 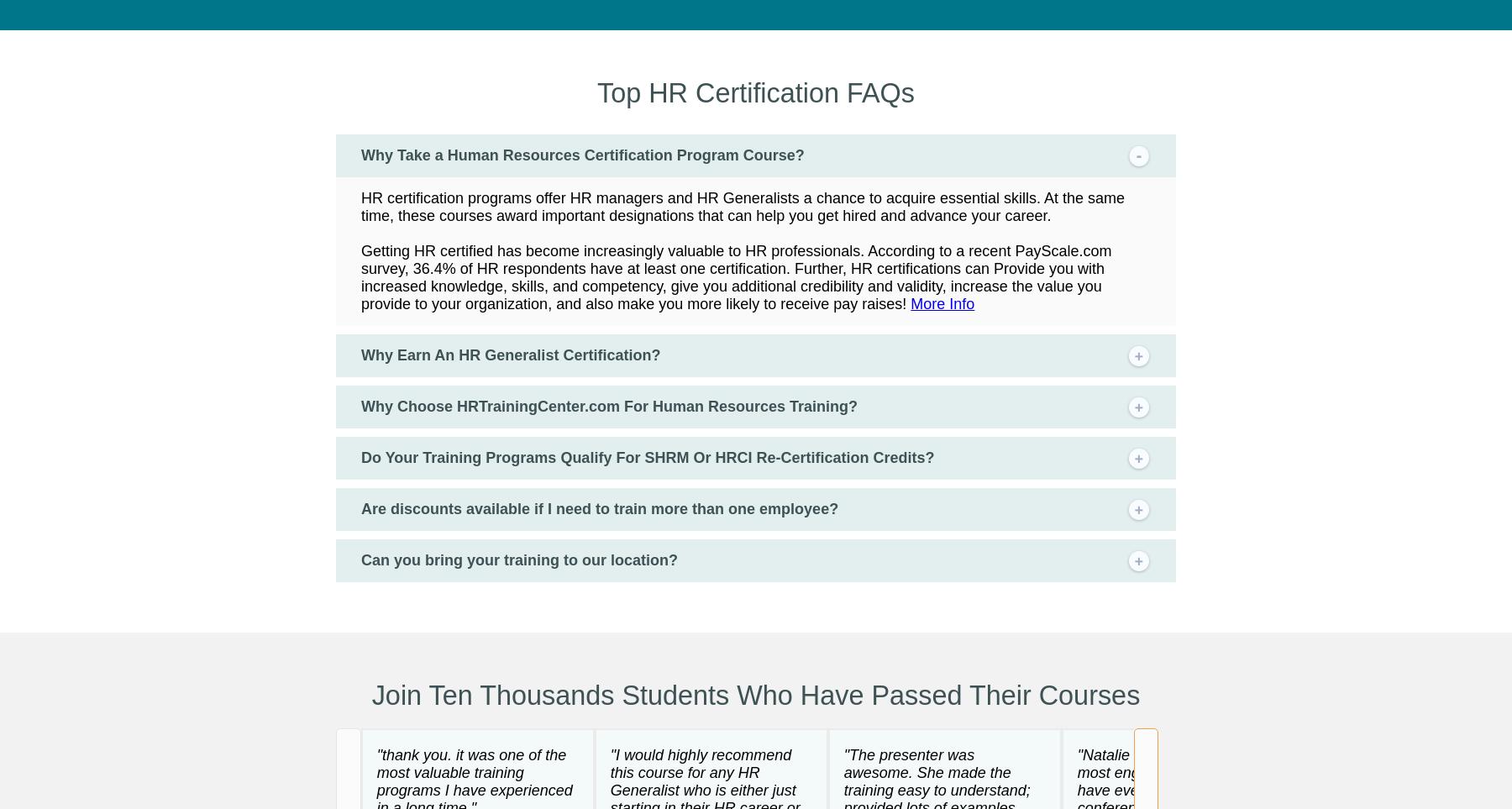 I want to click on 'Why Take a Human Resources Certification Program Course?', so click(x=361, y=154).